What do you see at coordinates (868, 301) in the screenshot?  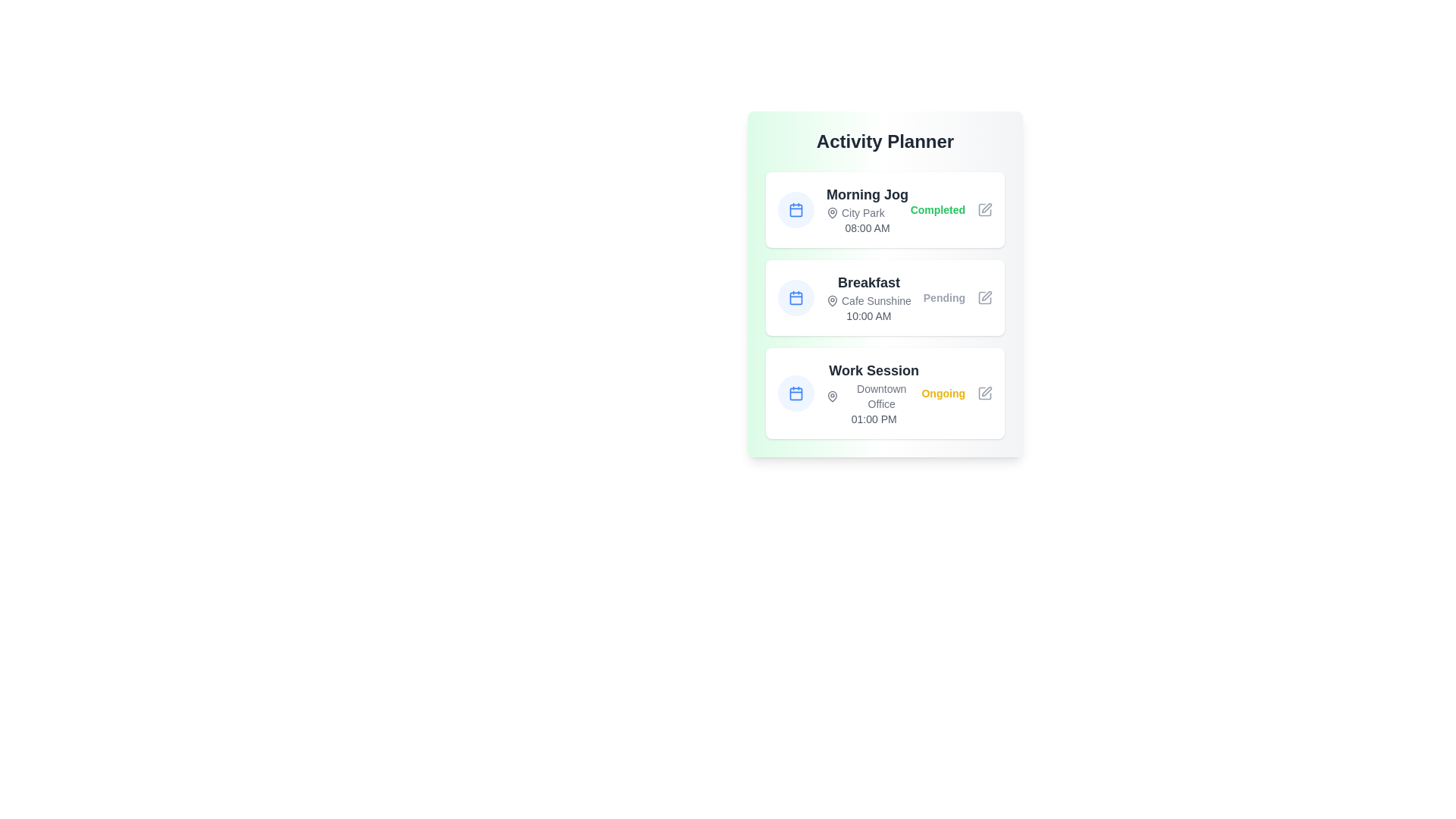 I see `the area of the 'Cafe Sunshine' text label which is styled as small gray text and accompanied by a map pin icon` at bounding box center [868, 301].